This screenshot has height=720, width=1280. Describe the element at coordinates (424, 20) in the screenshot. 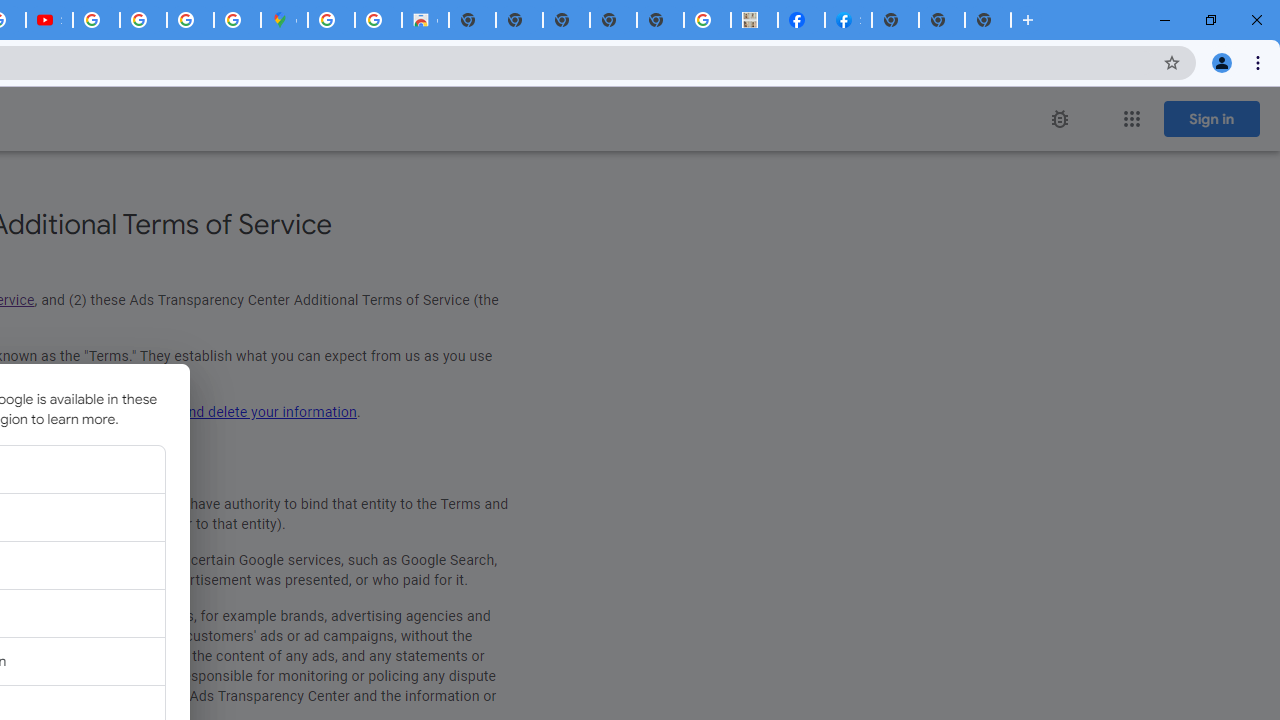

I see `'Chrome Web Store - Shopping'` at that location.